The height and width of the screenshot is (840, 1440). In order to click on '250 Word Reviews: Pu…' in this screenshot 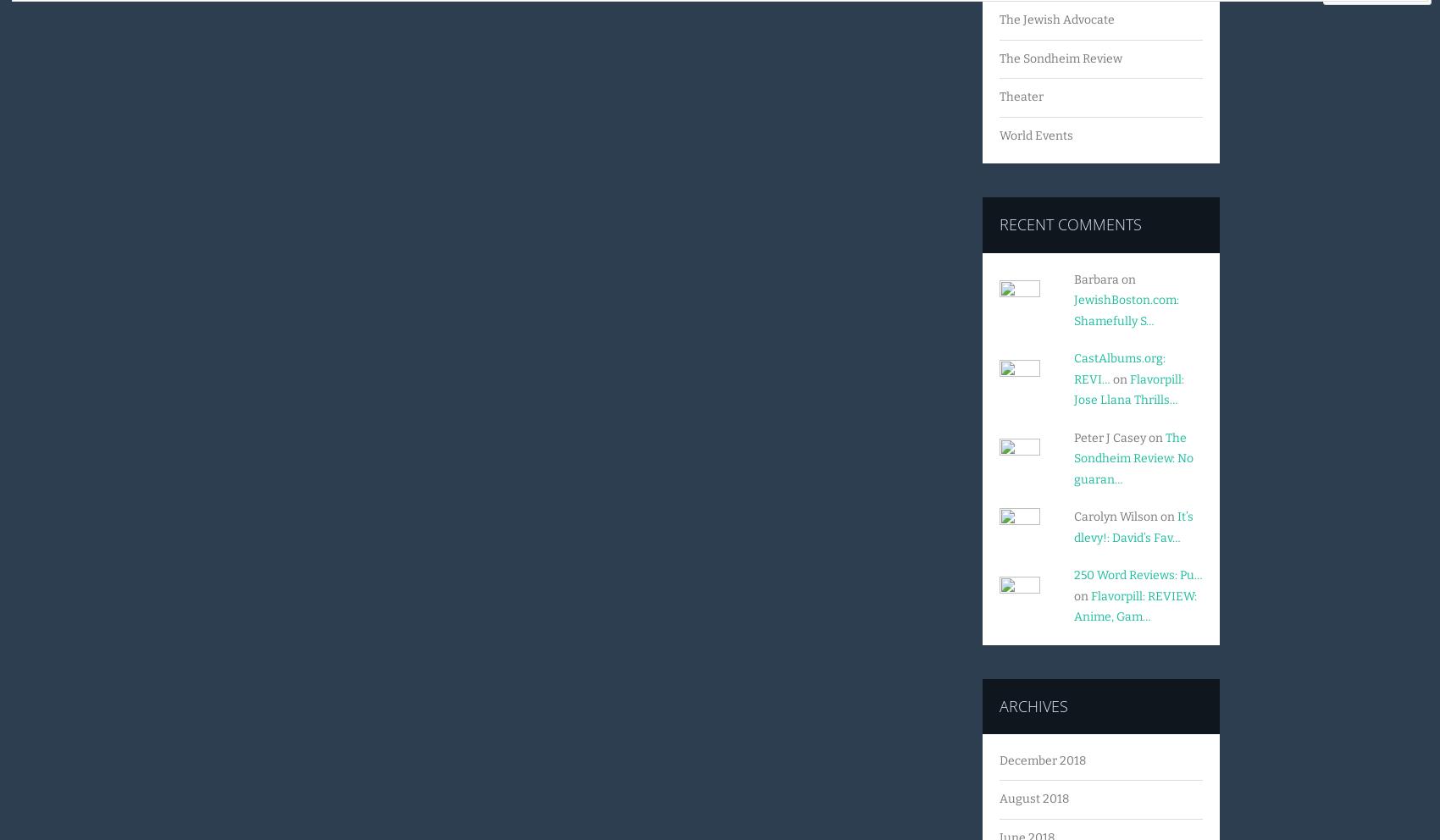, I will do `click(1138, 574)`.